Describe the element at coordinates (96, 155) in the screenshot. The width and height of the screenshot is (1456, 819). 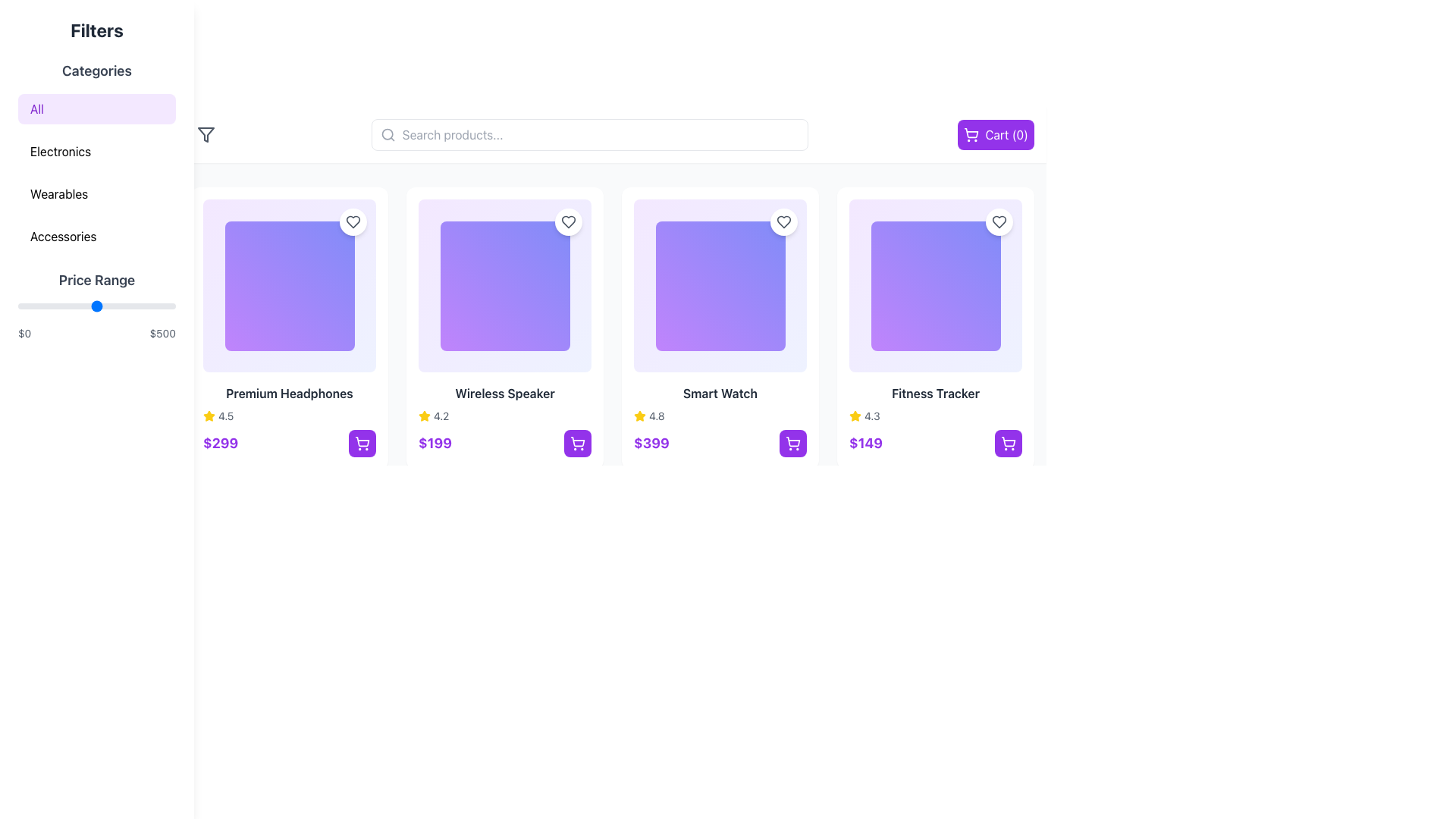
I see `a selectable option in the 'Categories' vertical list, specifically` at that location.